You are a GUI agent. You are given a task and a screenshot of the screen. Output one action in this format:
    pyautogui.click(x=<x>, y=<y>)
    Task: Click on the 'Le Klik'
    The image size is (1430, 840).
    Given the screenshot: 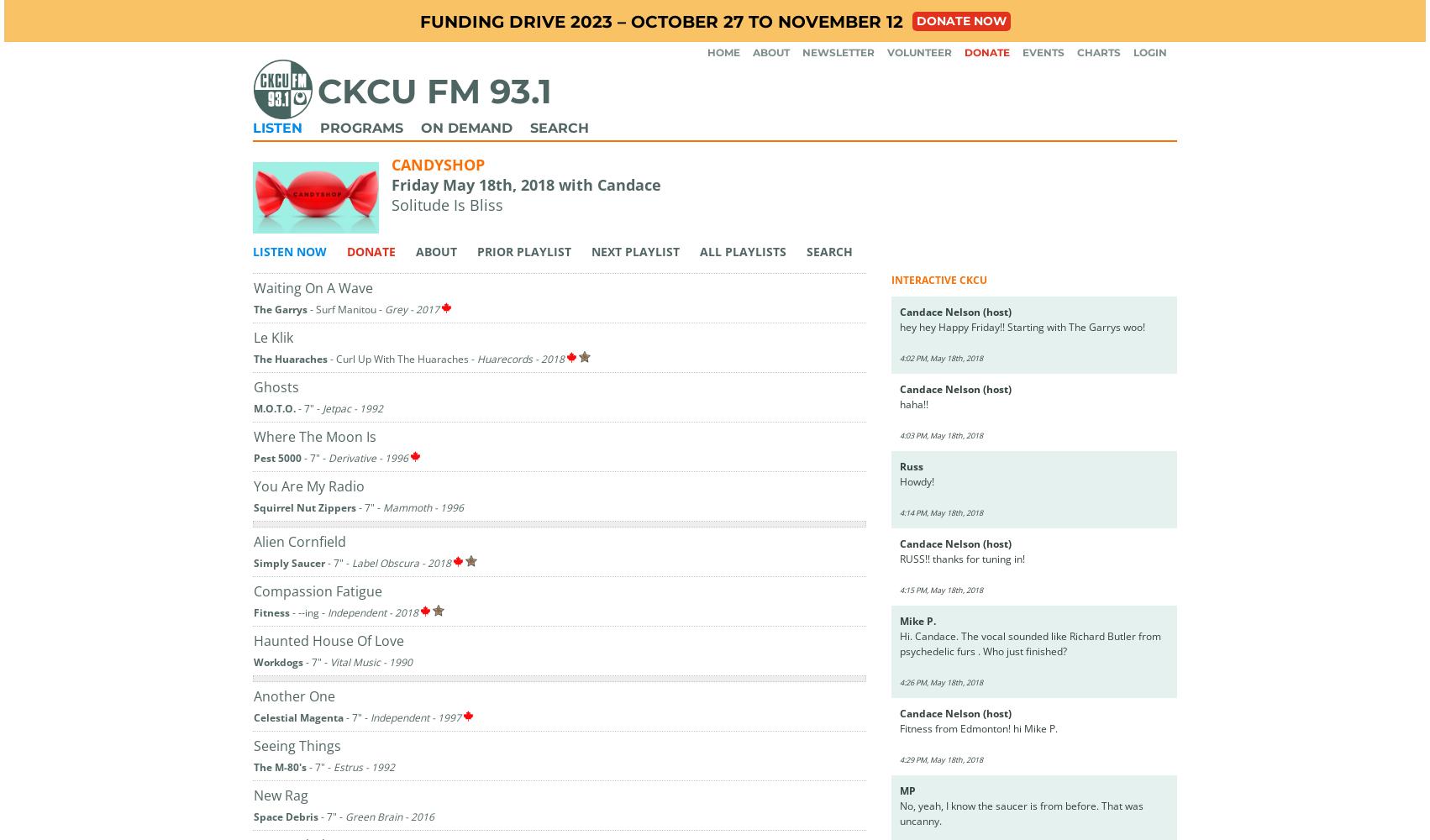 What is the action you would take?
    pyautogui.click(x=253, y=337)
    